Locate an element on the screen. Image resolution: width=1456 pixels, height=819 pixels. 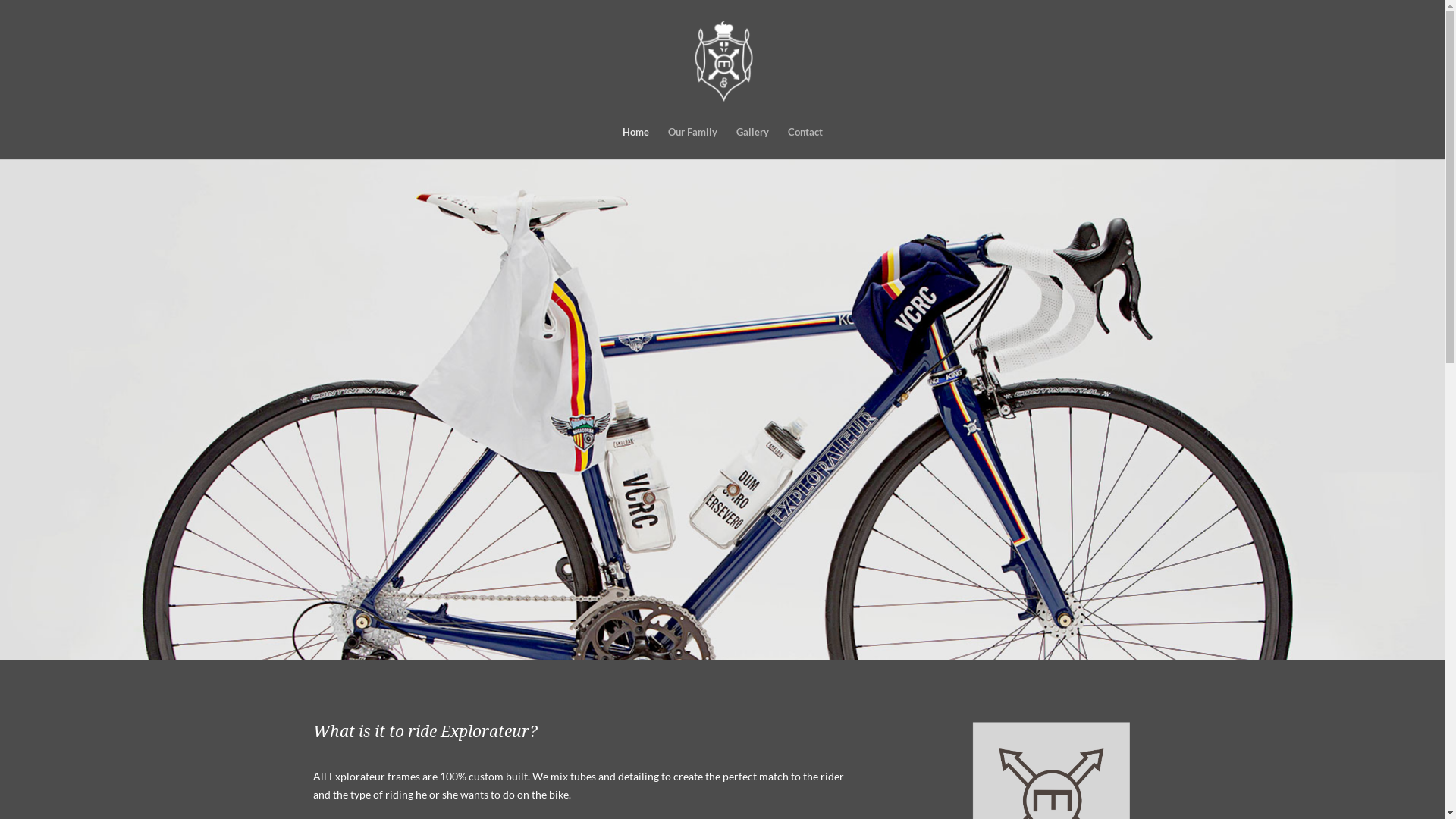
'Our Family' is located at coordinates (691, 143).